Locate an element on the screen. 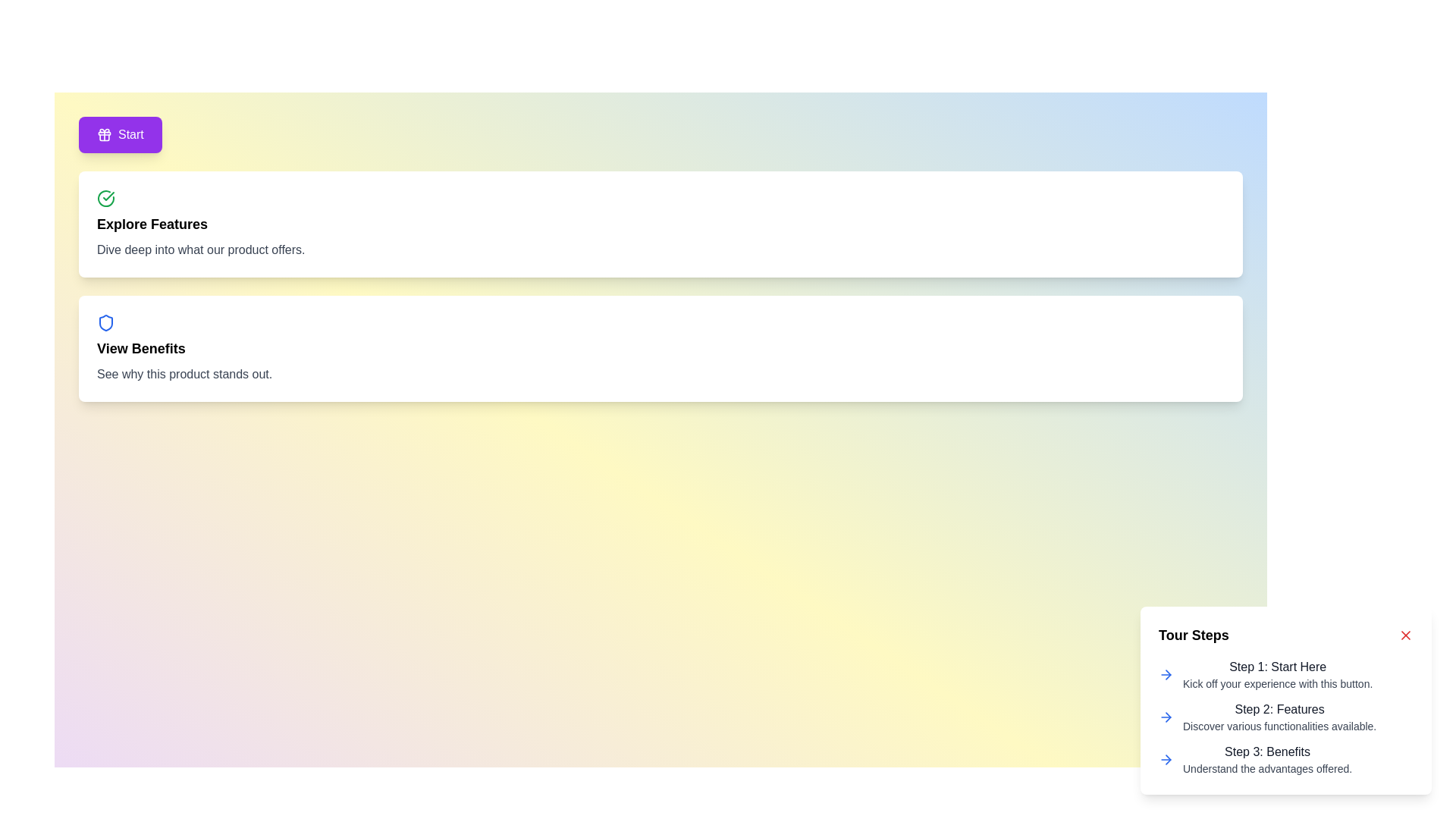 This screenshot has width=1456, height=819. the rightward-pointing arrow icon in the 'Step 2: Features' section of the 'Tour Steps' popup, which is styled with a thin blue stroke and comprises three segments forming an arrowhead is located at coordinates (1167, 760).